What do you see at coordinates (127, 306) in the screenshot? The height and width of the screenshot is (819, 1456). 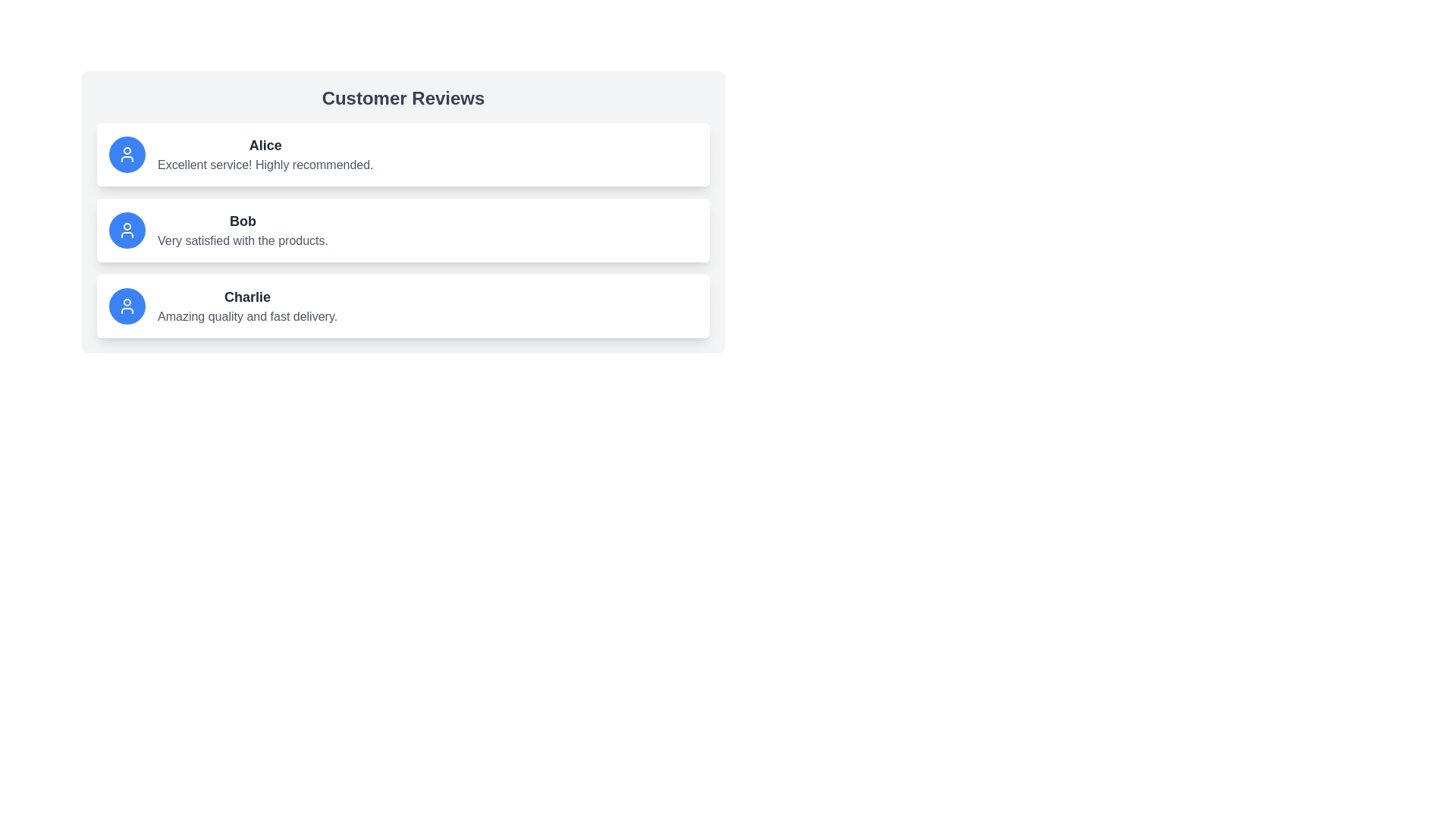 I see `the user icon representing 'Charlie' in the third list item of the 'Customer Reviews' section` at bounding box center [127, 306].